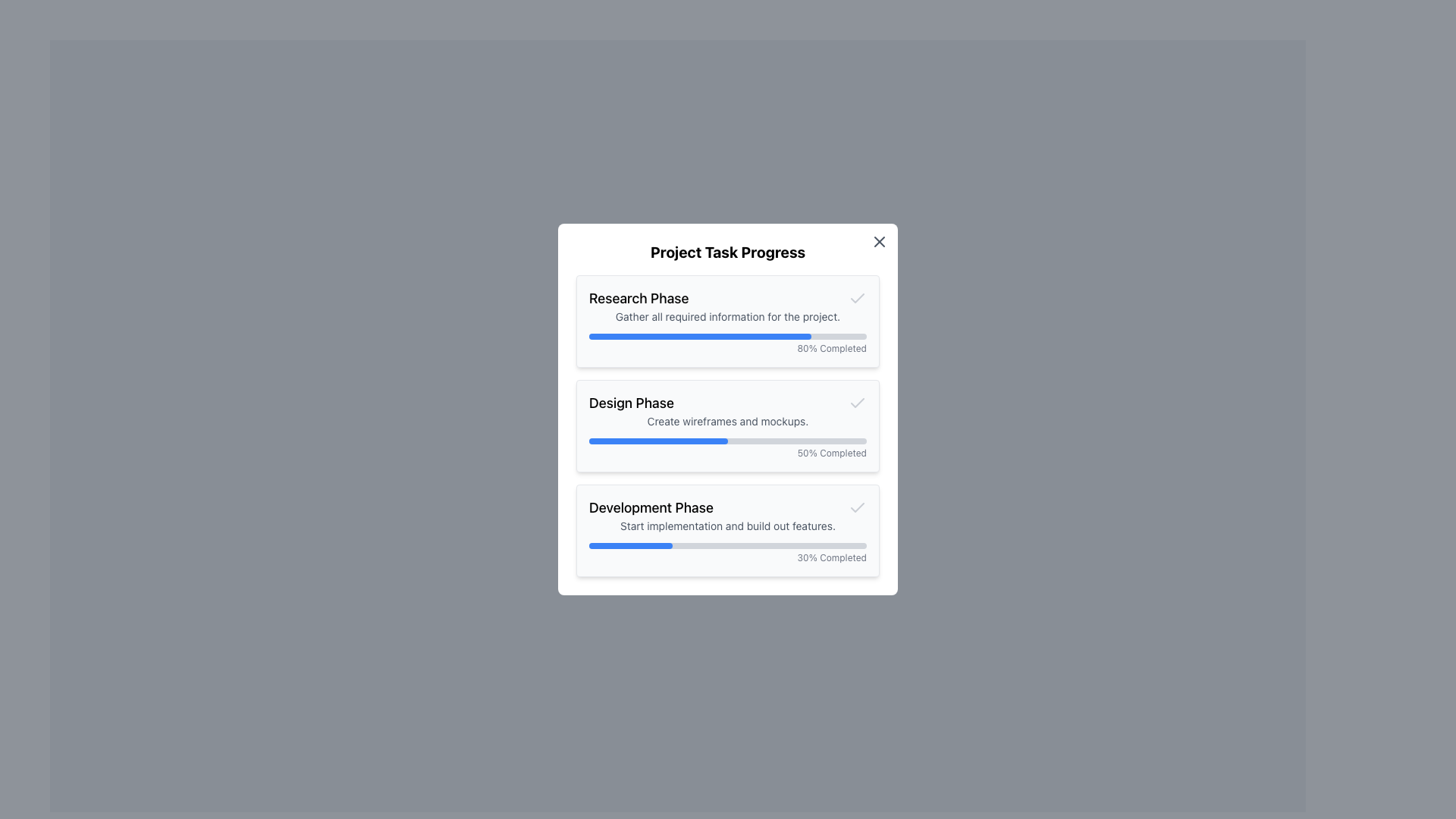  What do you see at coordinates (728, 321) in the screenshot?
I see `information displayed within the 'Research Phase' Card UI component, which includes the phase title, description, and completion percentage` at bounding box center [728, 321].